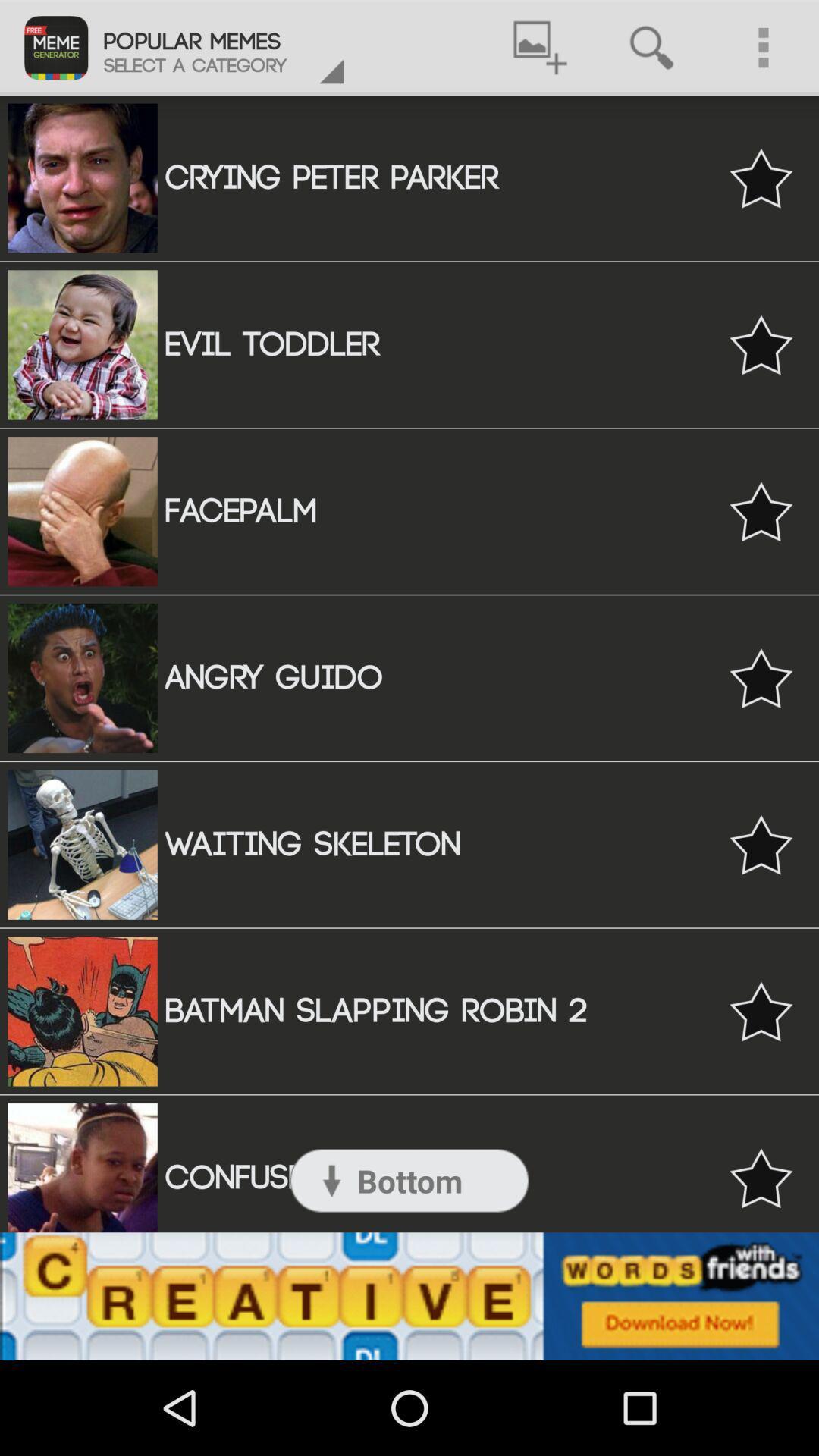 This screenshot has width=819, height=1456. I want to click on a specific meme, so click(761, 1011).